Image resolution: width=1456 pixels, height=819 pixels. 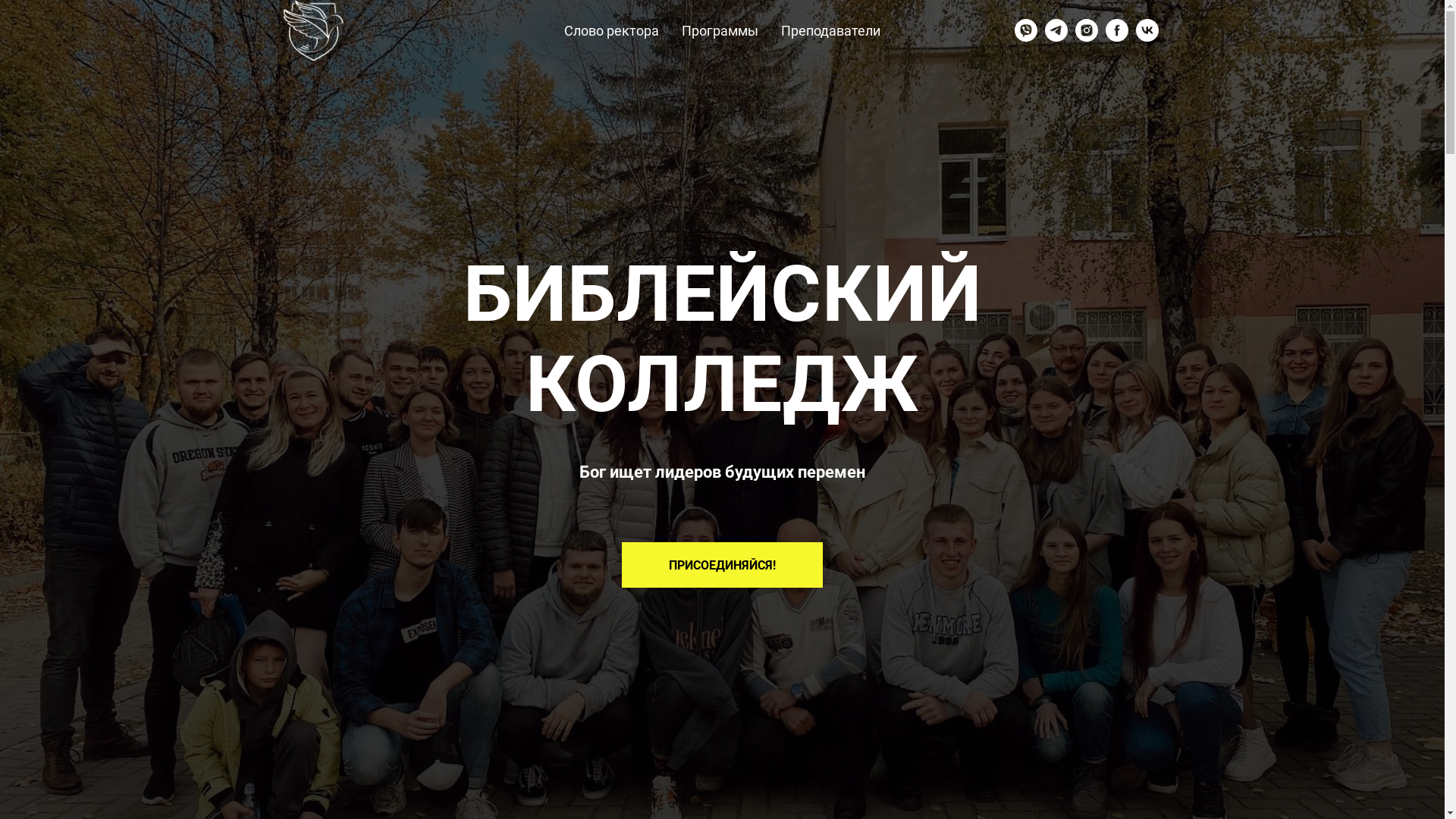 I want to click on 'Telegram', so click(x=1055, y=30).